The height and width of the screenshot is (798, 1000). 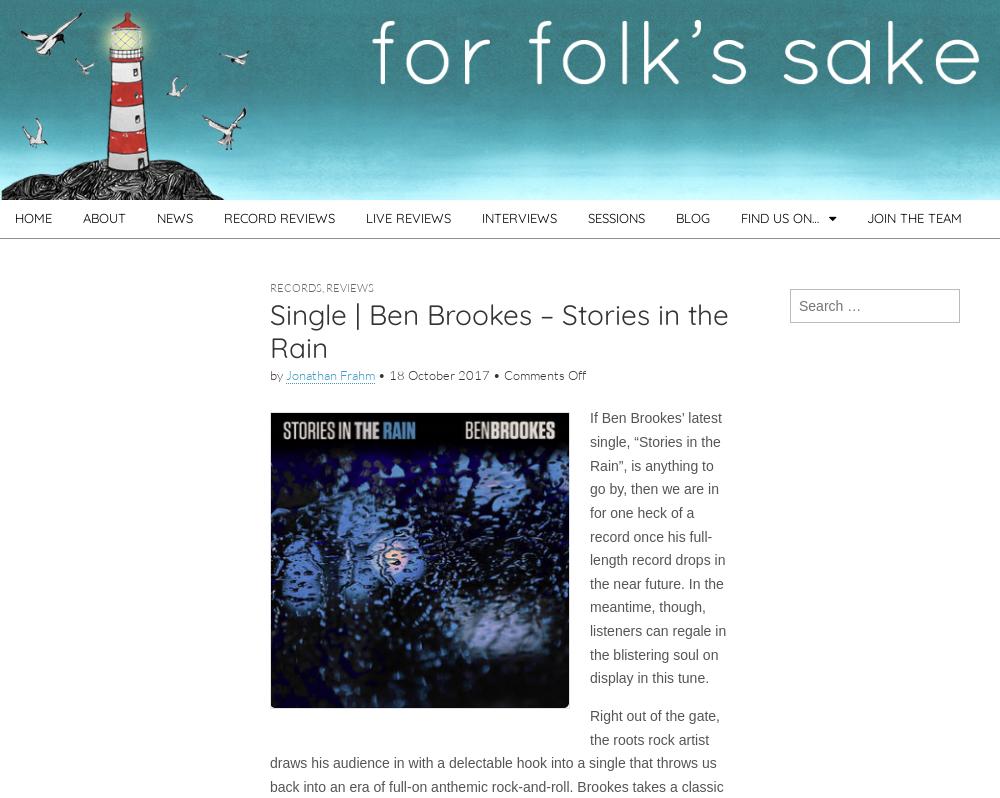 What do you see at coordinates (270, 285) in the screenshot?
I see `'Records'` at bounding box center [270, 285].